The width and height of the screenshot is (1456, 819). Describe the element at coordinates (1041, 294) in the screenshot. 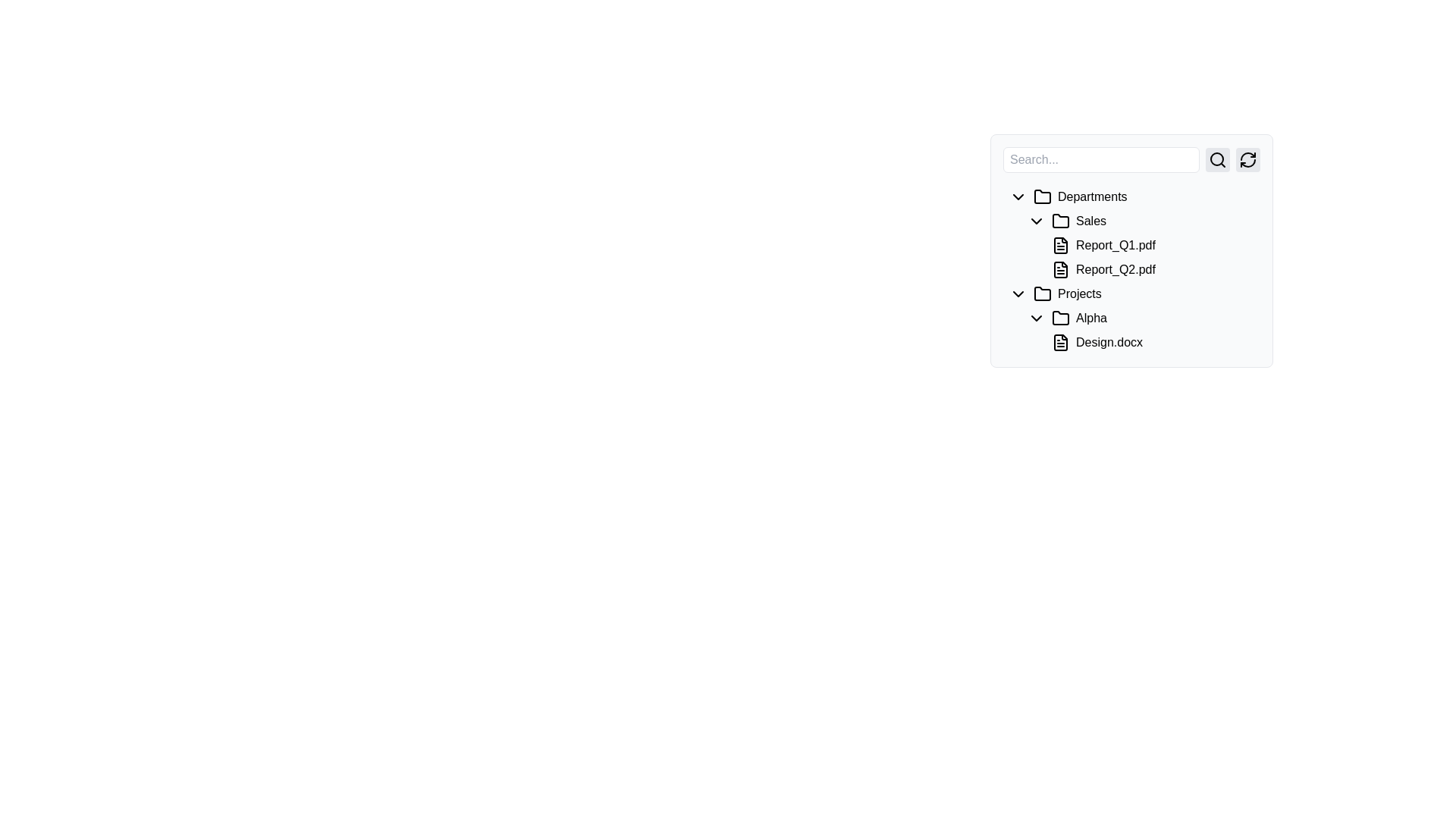

I see `the minimalist folder icon located to the left of the 'Projects' label` at that location.